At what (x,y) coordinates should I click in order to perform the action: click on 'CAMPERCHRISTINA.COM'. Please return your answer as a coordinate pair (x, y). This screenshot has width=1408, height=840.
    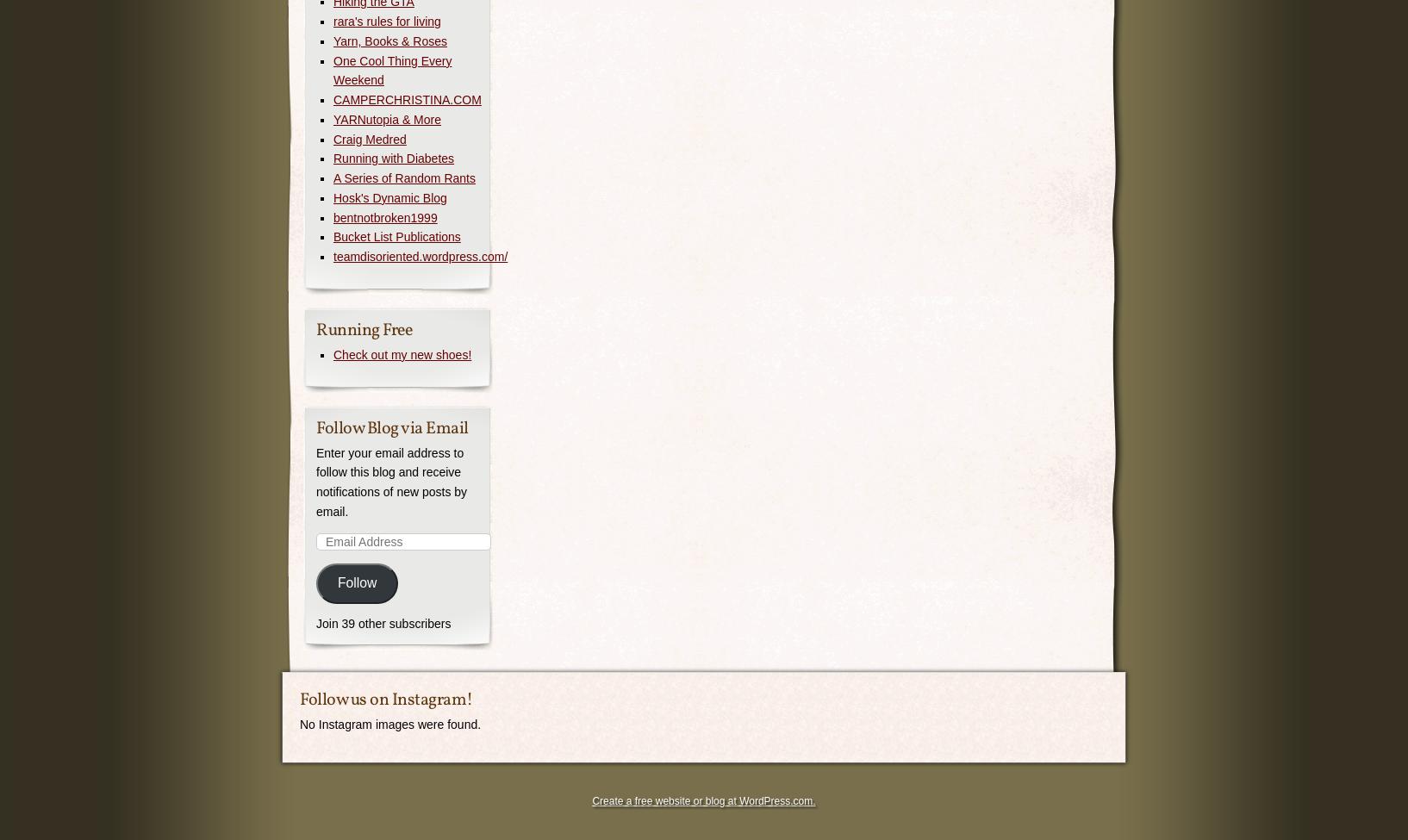
    Looking at the image, I should click on (332, 99).